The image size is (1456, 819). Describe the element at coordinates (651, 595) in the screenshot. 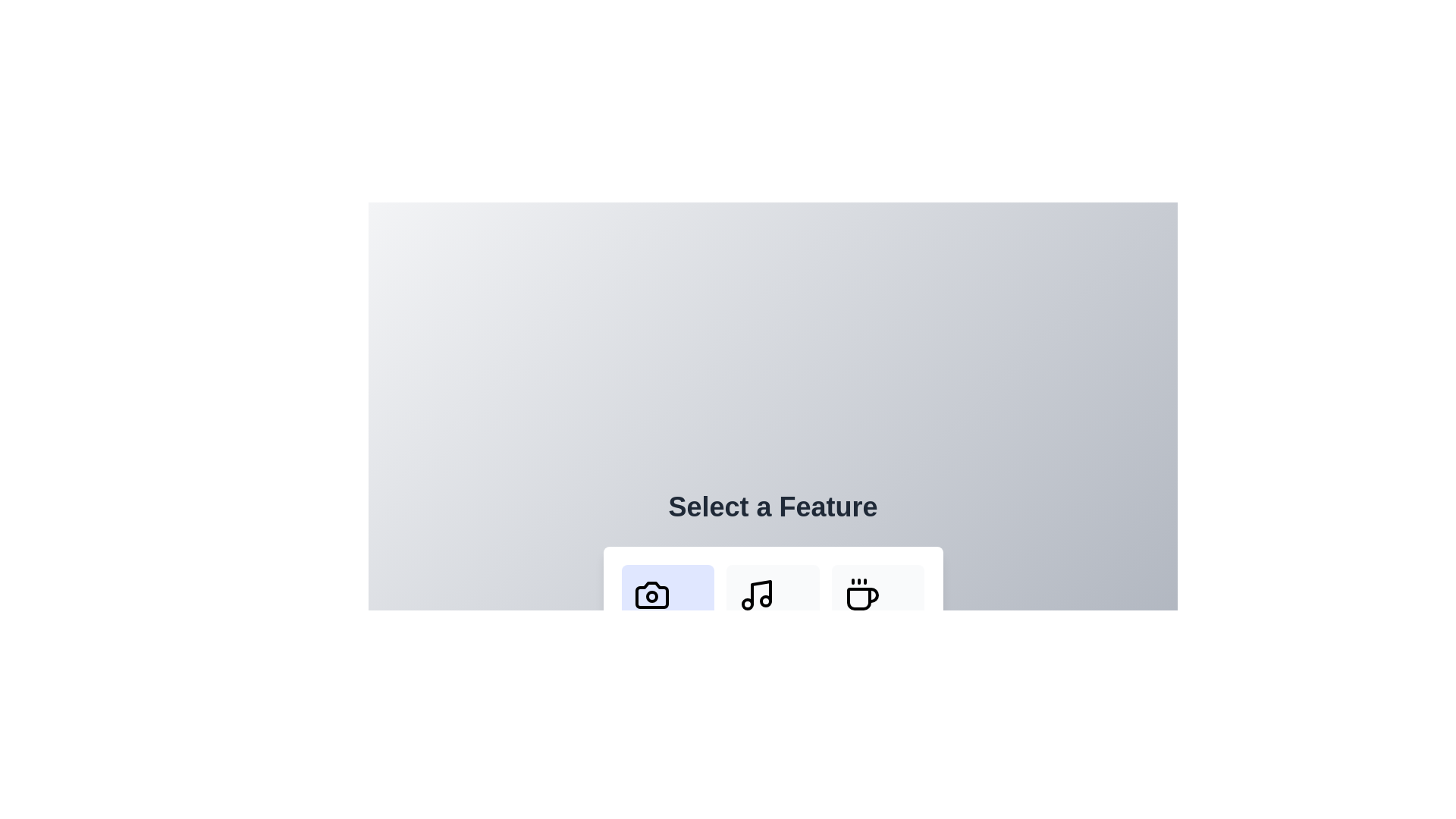

I see `the camera icon located at the bottom center of the application interface, which represents the main body of the camera within the 'Select a Feature' section` at that location.